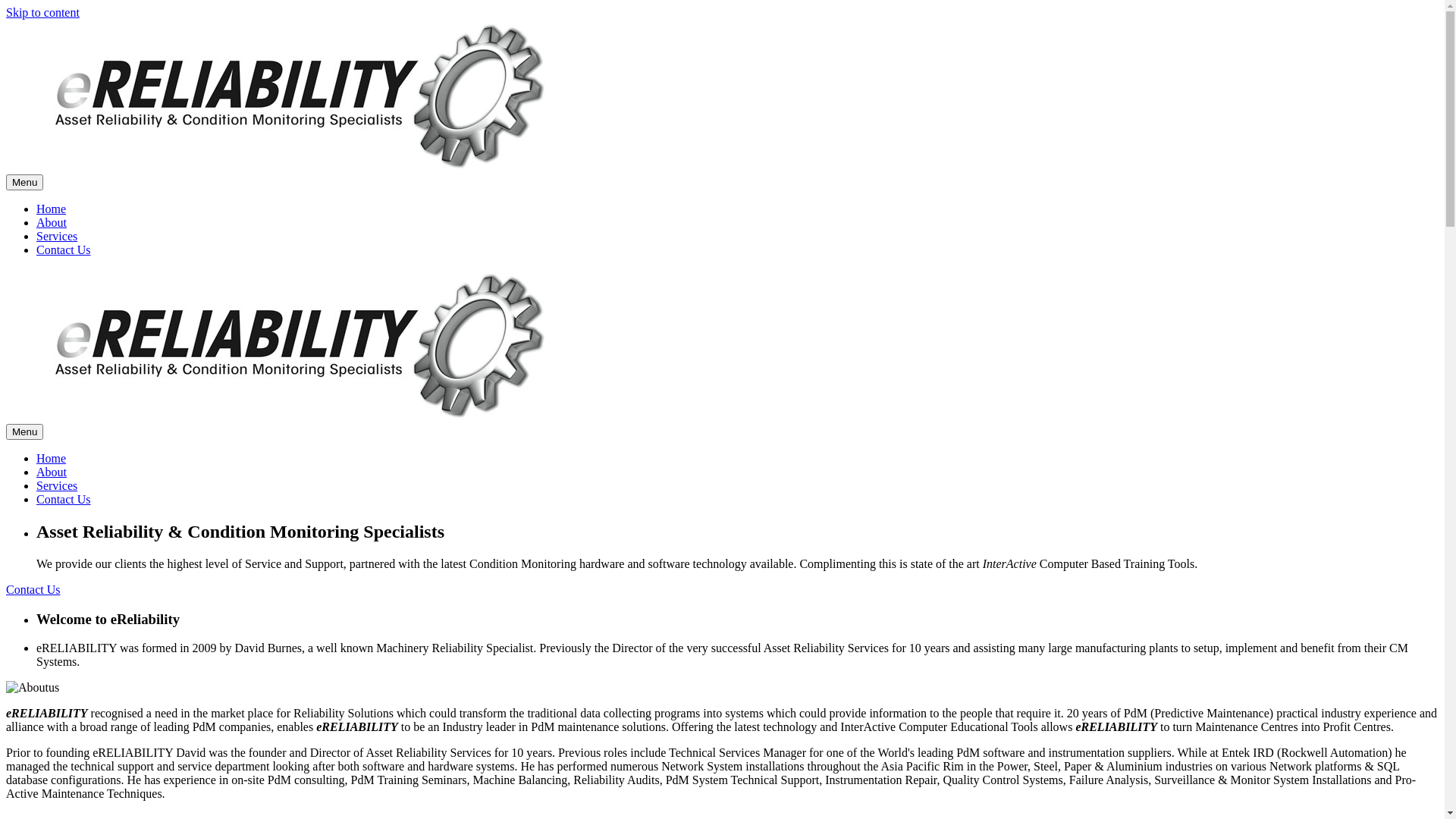  I want to click on 'Skip to content', so click(42, 12).